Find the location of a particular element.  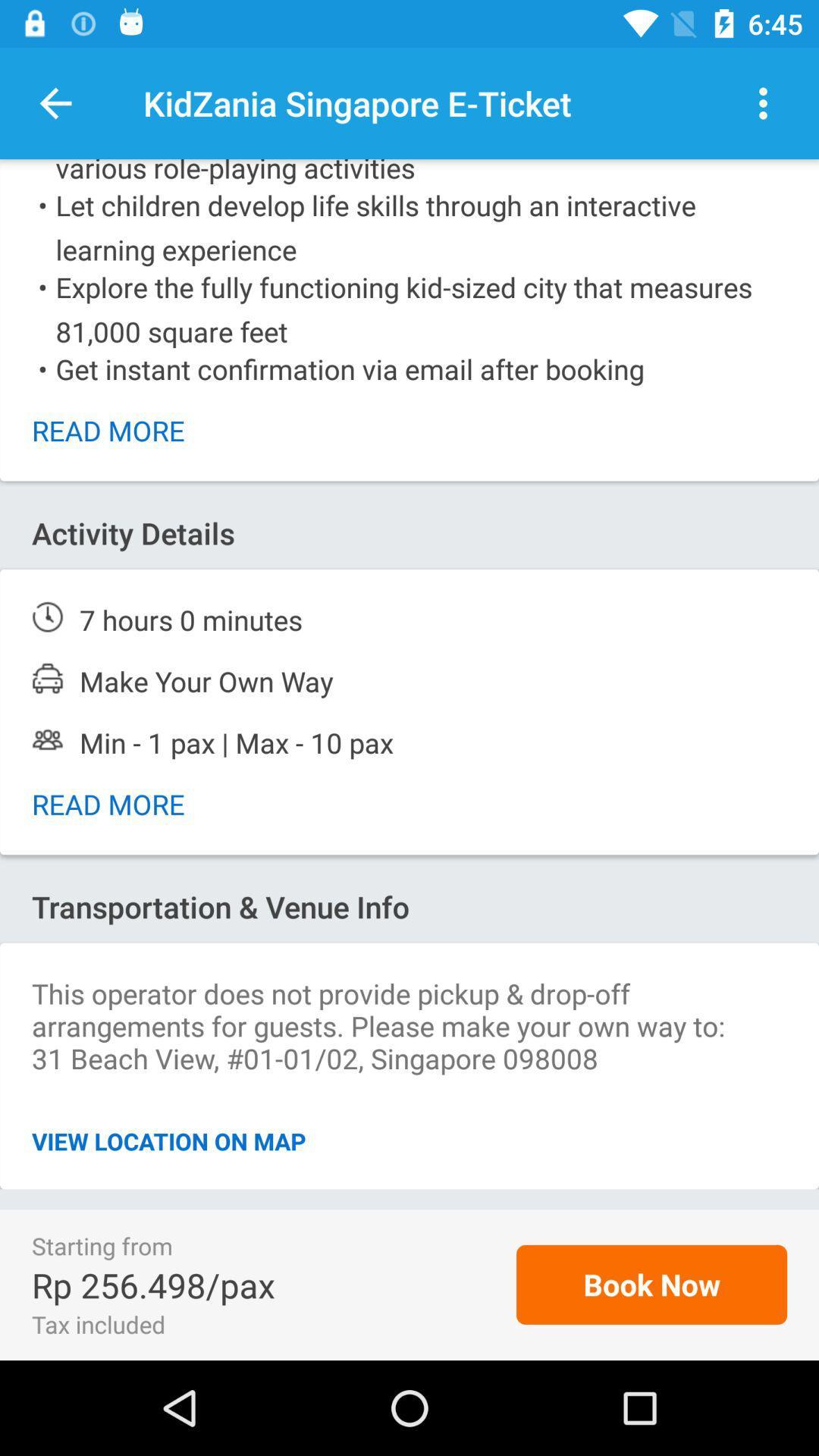

people logo is located at coordinates (46, 739).